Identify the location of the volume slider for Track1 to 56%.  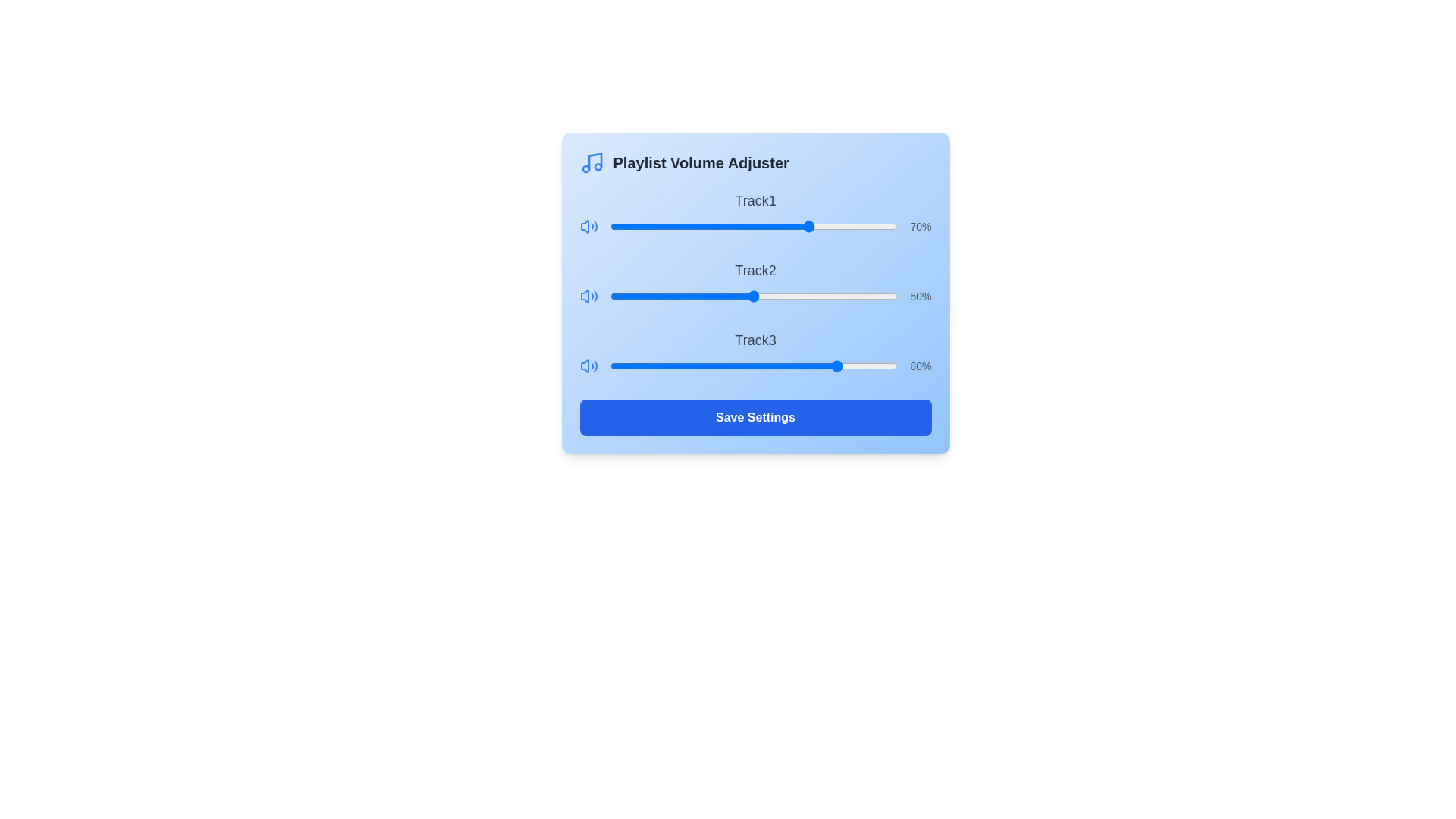
(771, 227).